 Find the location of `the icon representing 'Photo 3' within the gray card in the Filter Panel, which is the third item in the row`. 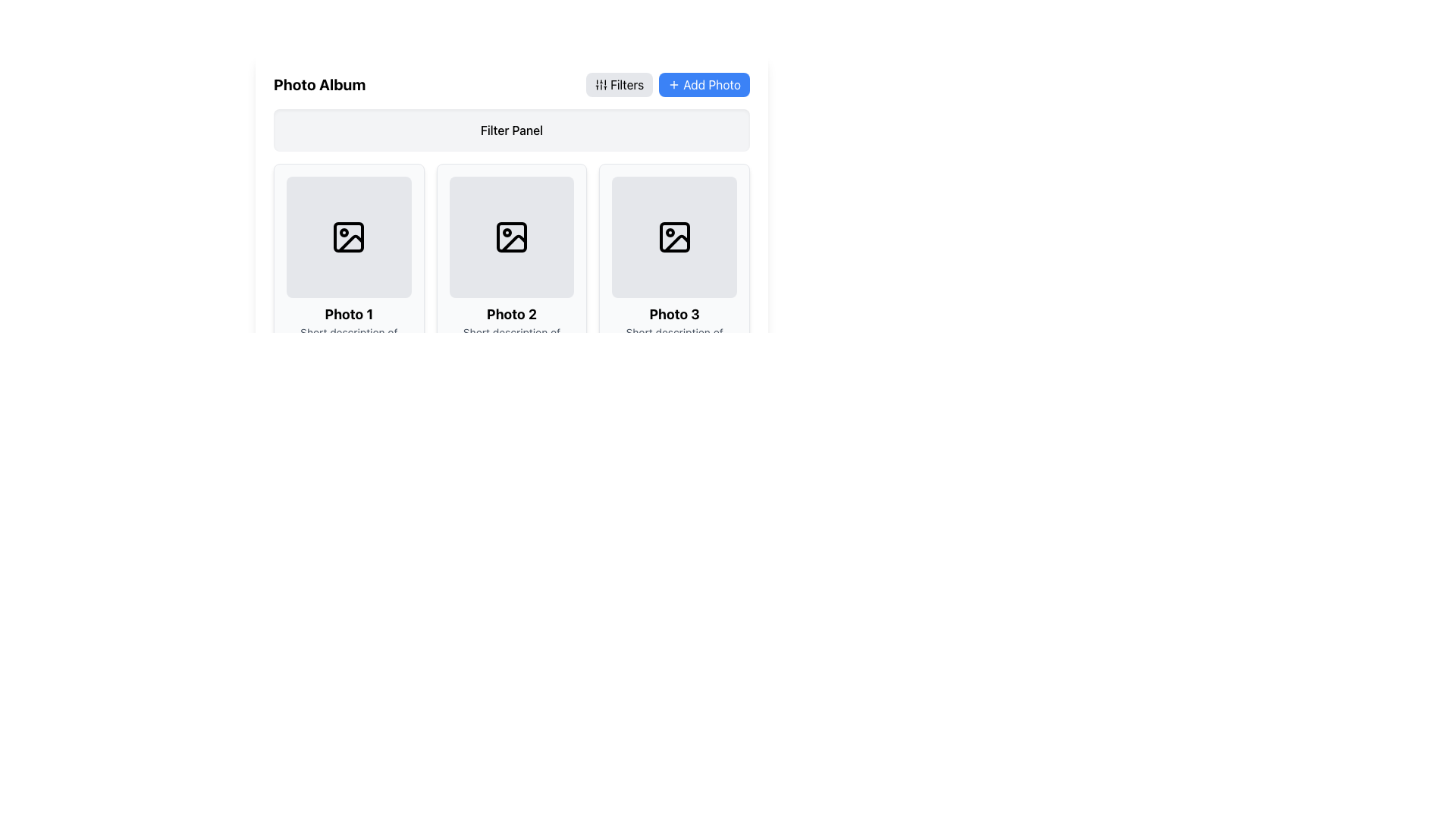

the icon representing 'Photo 3' within the gray card in the Filter Panel, which is the third item in the row is located at coordinates (673, 237).